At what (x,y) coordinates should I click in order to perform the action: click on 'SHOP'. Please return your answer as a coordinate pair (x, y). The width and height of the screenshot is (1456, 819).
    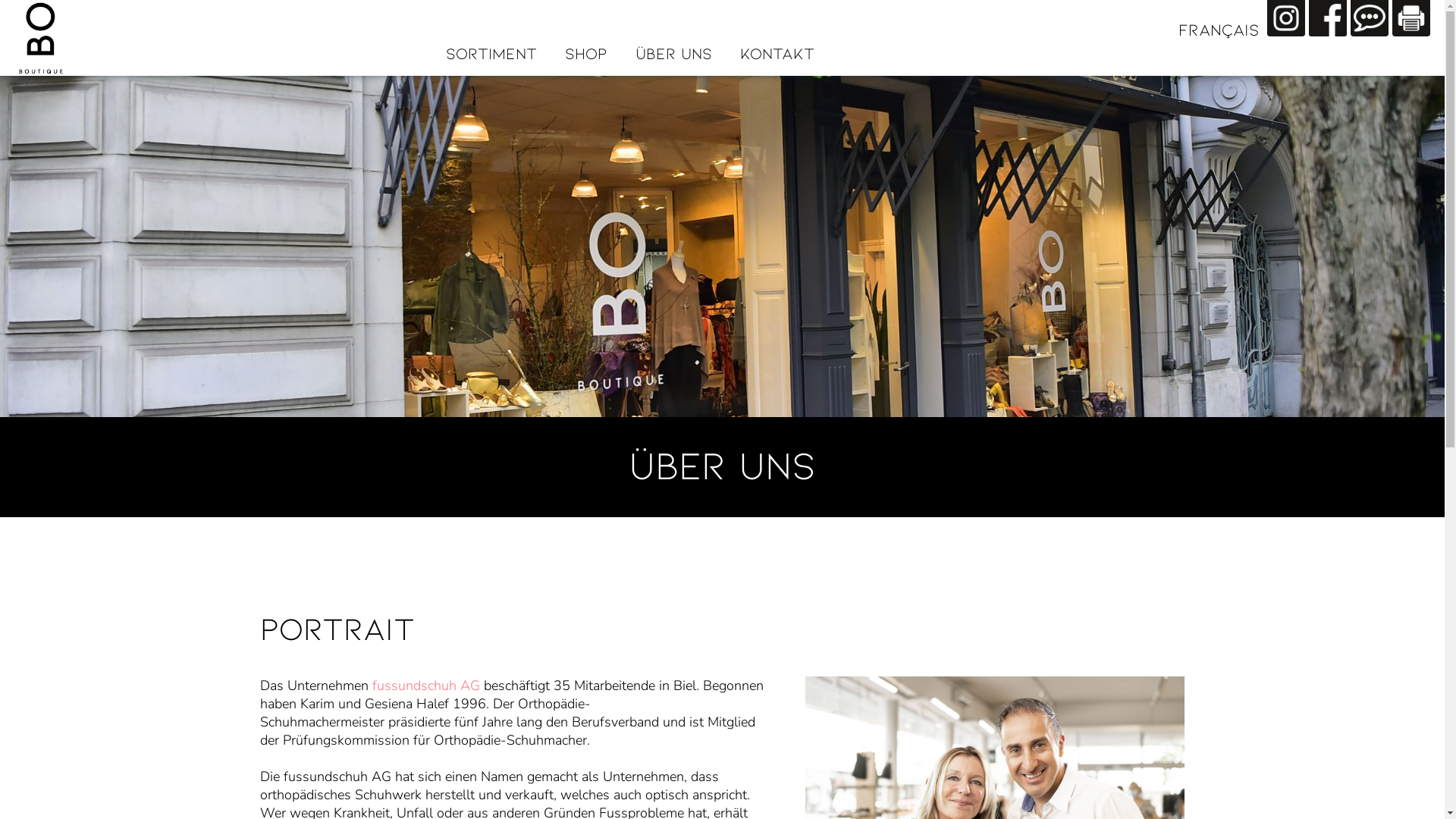
    Looking at the image, I should click on (551, 52).